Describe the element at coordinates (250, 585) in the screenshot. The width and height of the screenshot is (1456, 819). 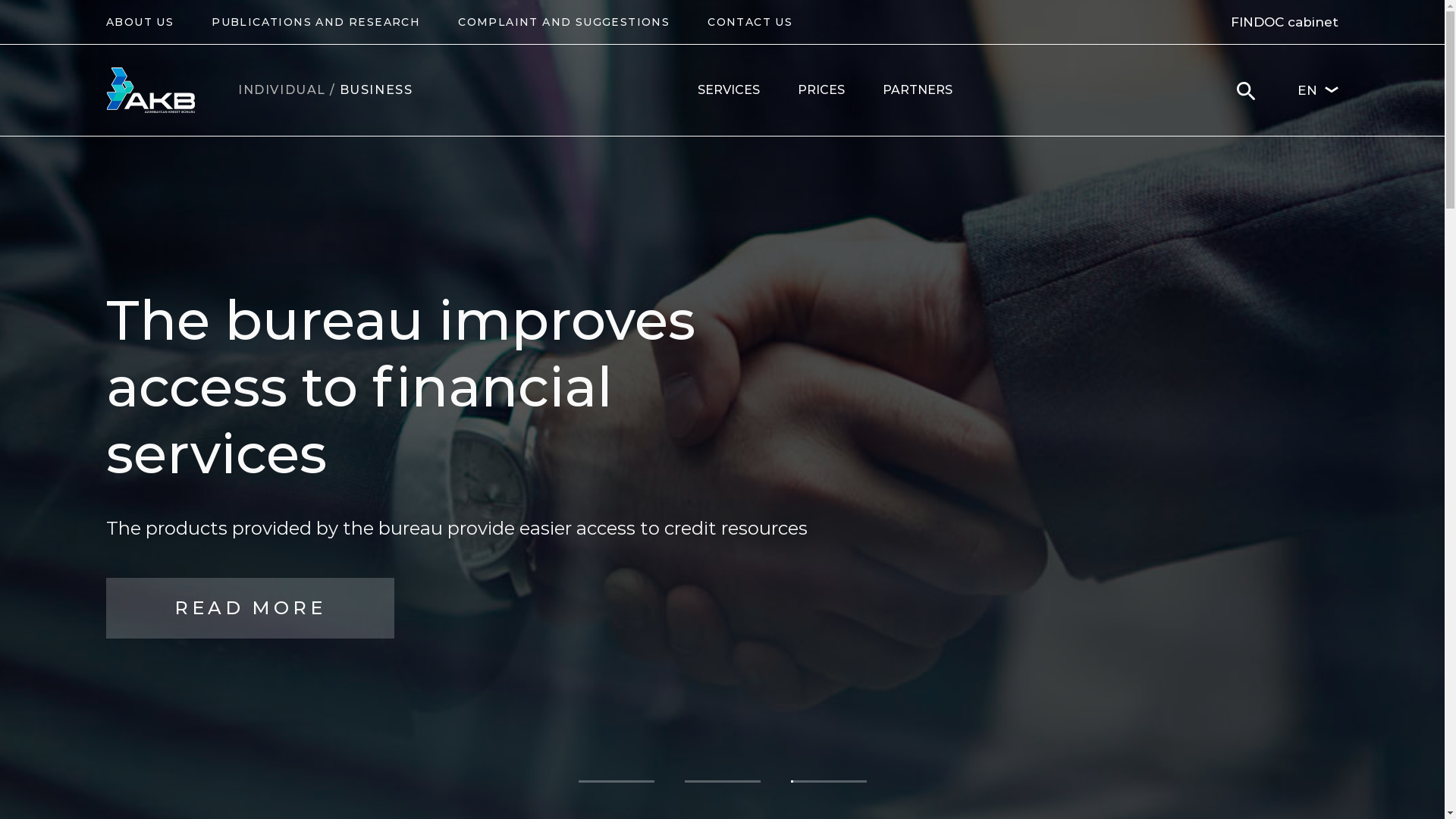
I see `'READ MORE'` at that location.